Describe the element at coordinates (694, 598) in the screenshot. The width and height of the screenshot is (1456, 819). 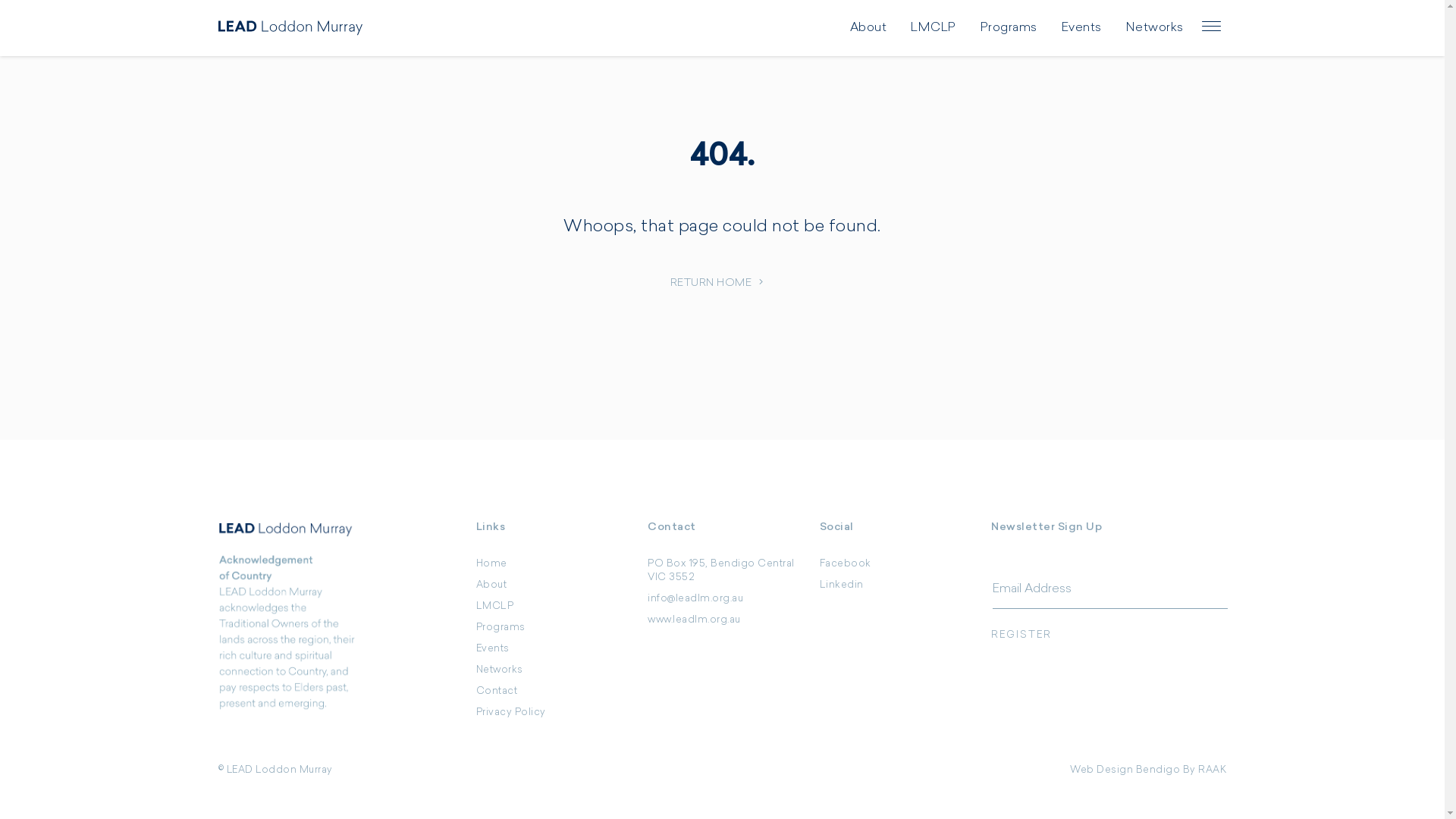
I see `'info@leadlm.org.au'` at that location.